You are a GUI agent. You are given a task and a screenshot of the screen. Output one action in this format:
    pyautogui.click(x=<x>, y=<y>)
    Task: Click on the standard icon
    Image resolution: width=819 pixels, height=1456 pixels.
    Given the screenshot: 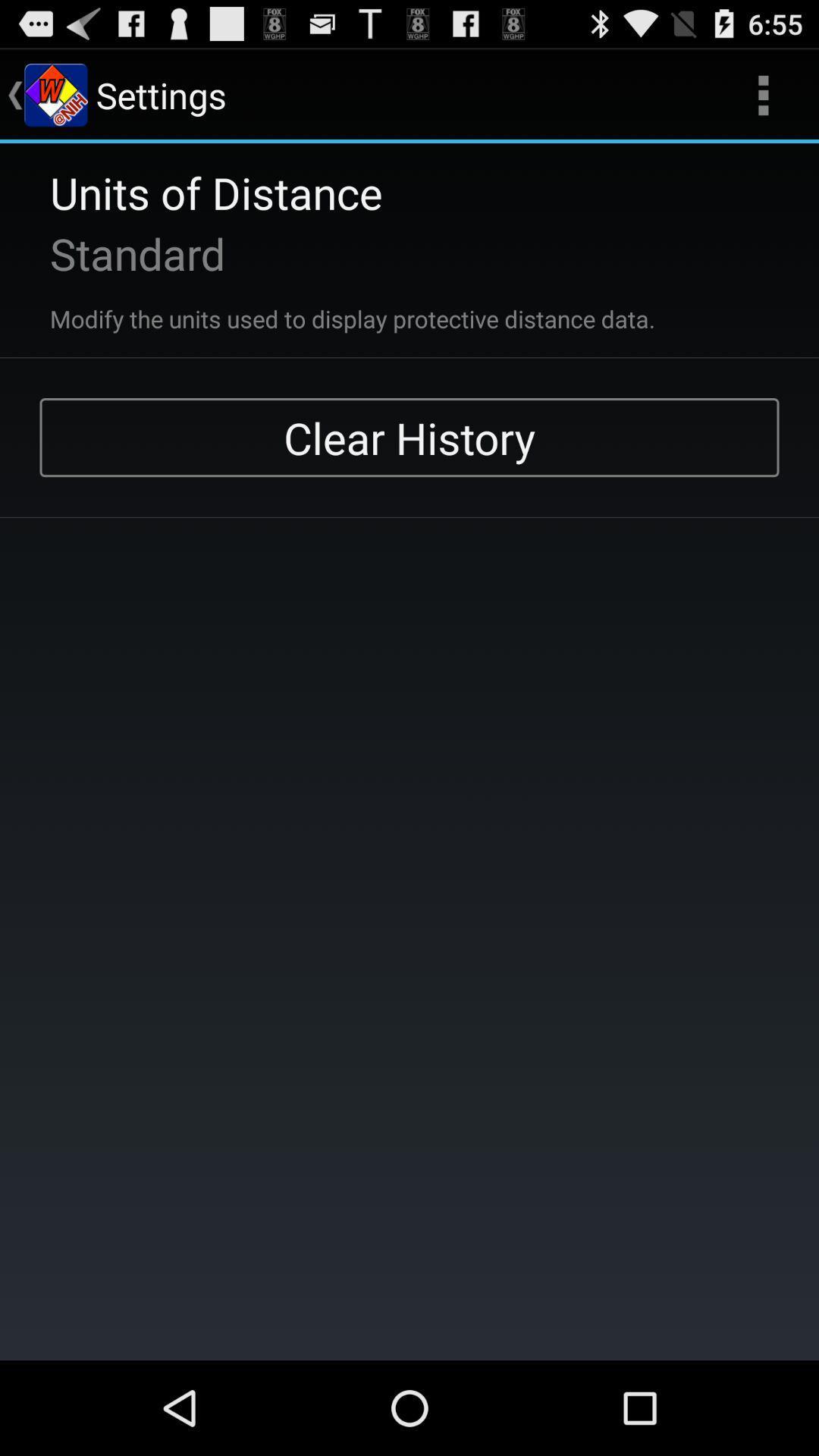 What is the action you would take?
    pyautogui.click(x=117, y=253)
    